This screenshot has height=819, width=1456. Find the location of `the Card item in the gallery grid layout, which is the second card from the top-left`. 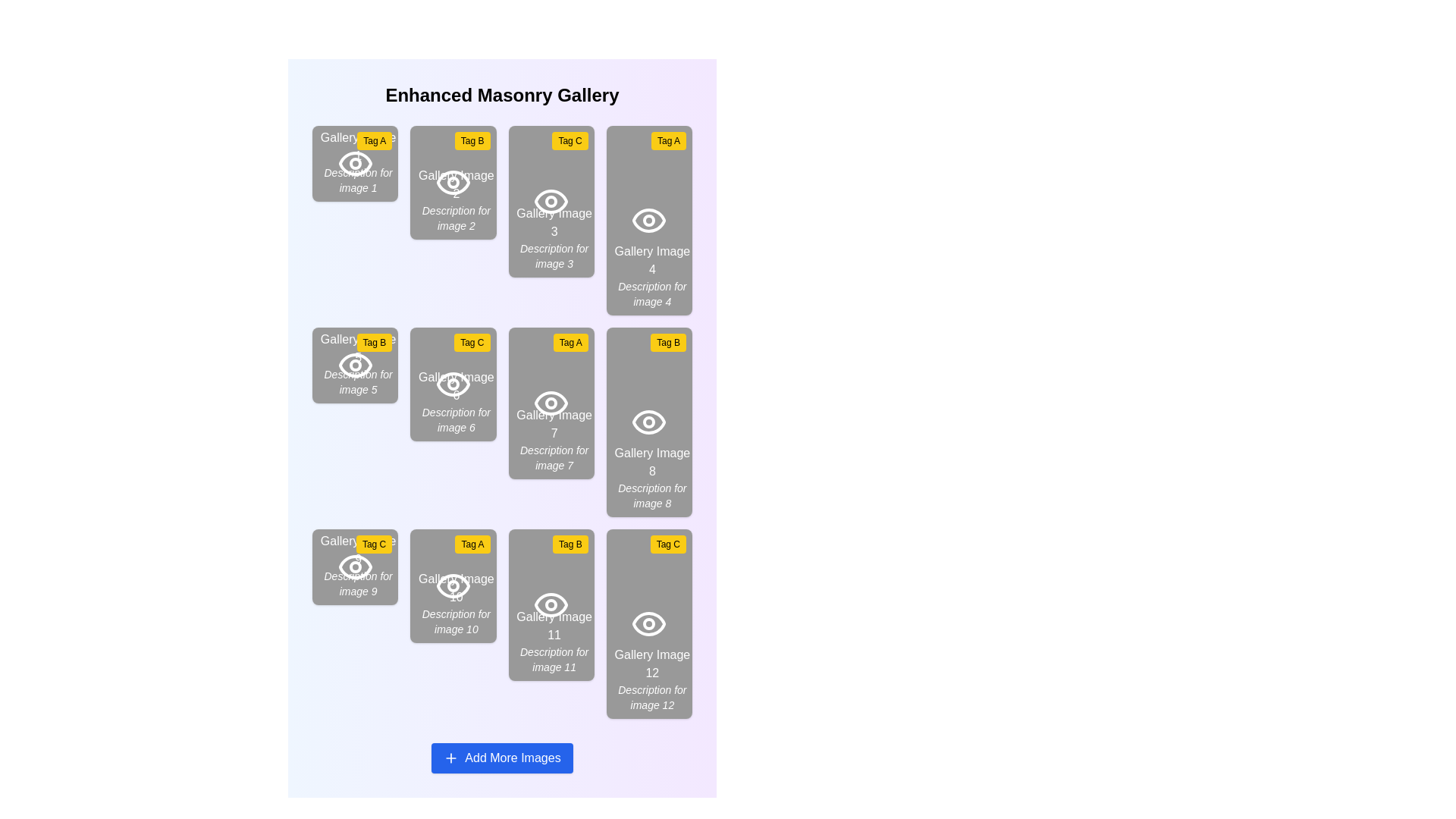

the Card item in the gallery grid layout, which is the second card from the top-left is located at coordinates (452, 181).